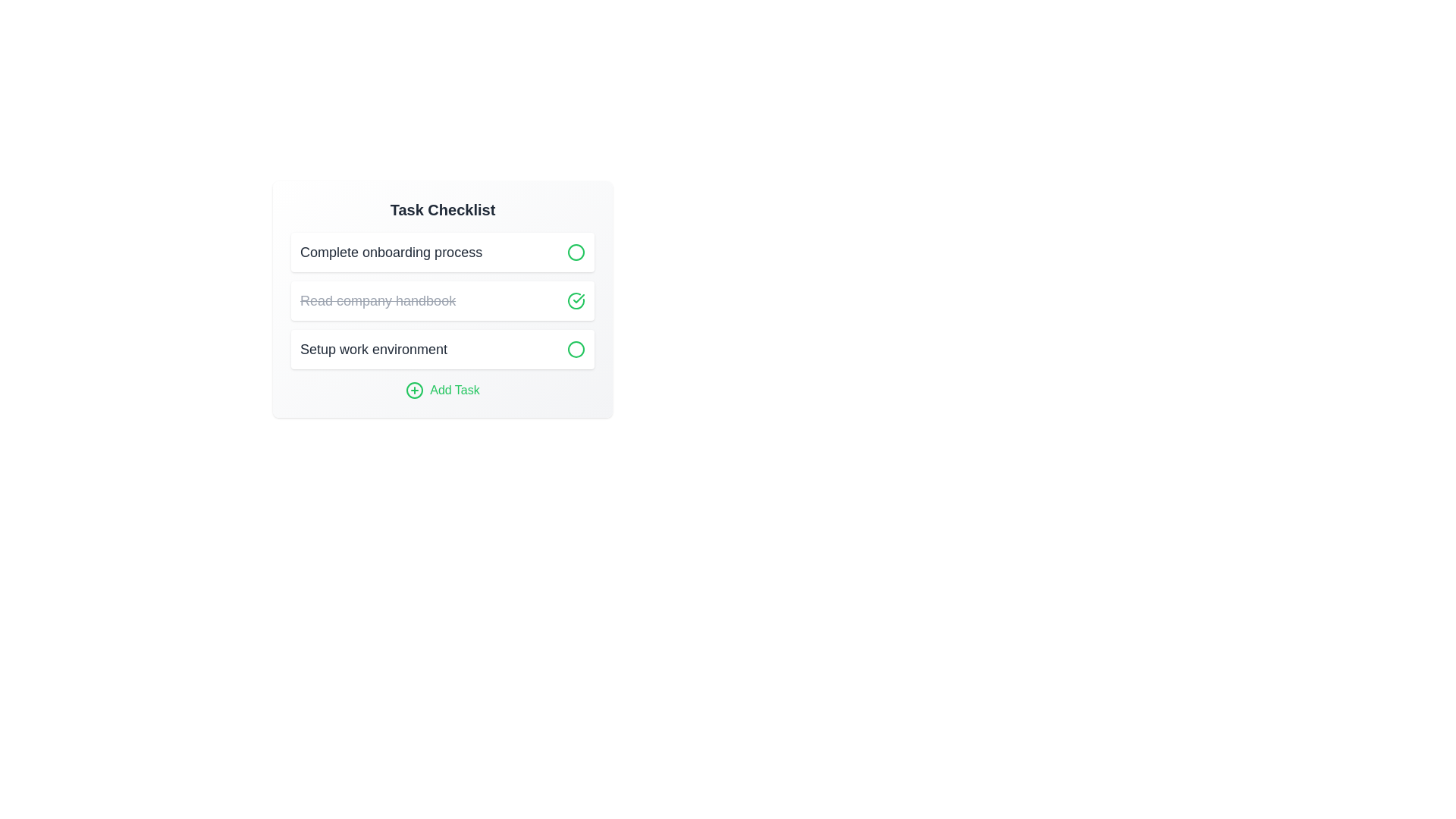 This screenshot has width=1456, height=819. What do you see at coordinates (442, 390) in the screenshot?
I see `'Add Task' button to open the task addition interface` at bounding box center [442, 390].